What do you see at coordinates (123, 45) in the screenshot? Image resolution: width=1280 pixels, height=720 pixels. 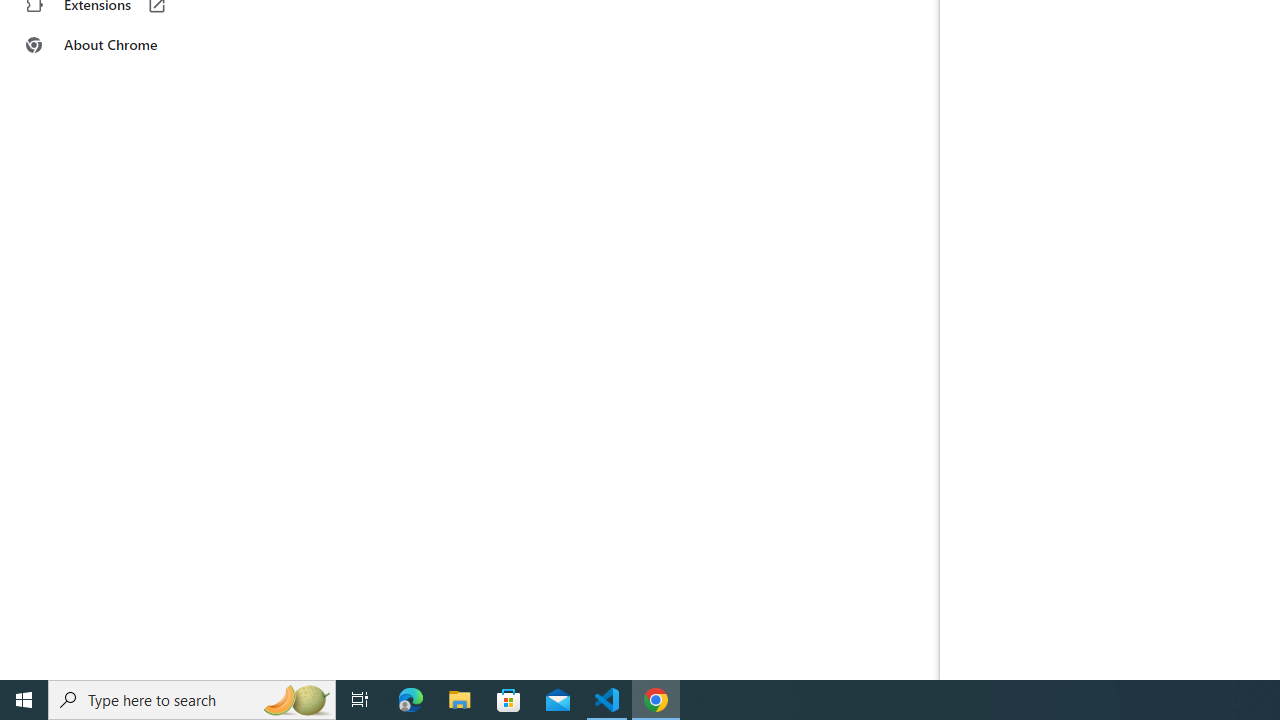 I see `'About Chrome'` at bounding box center [123, 45].